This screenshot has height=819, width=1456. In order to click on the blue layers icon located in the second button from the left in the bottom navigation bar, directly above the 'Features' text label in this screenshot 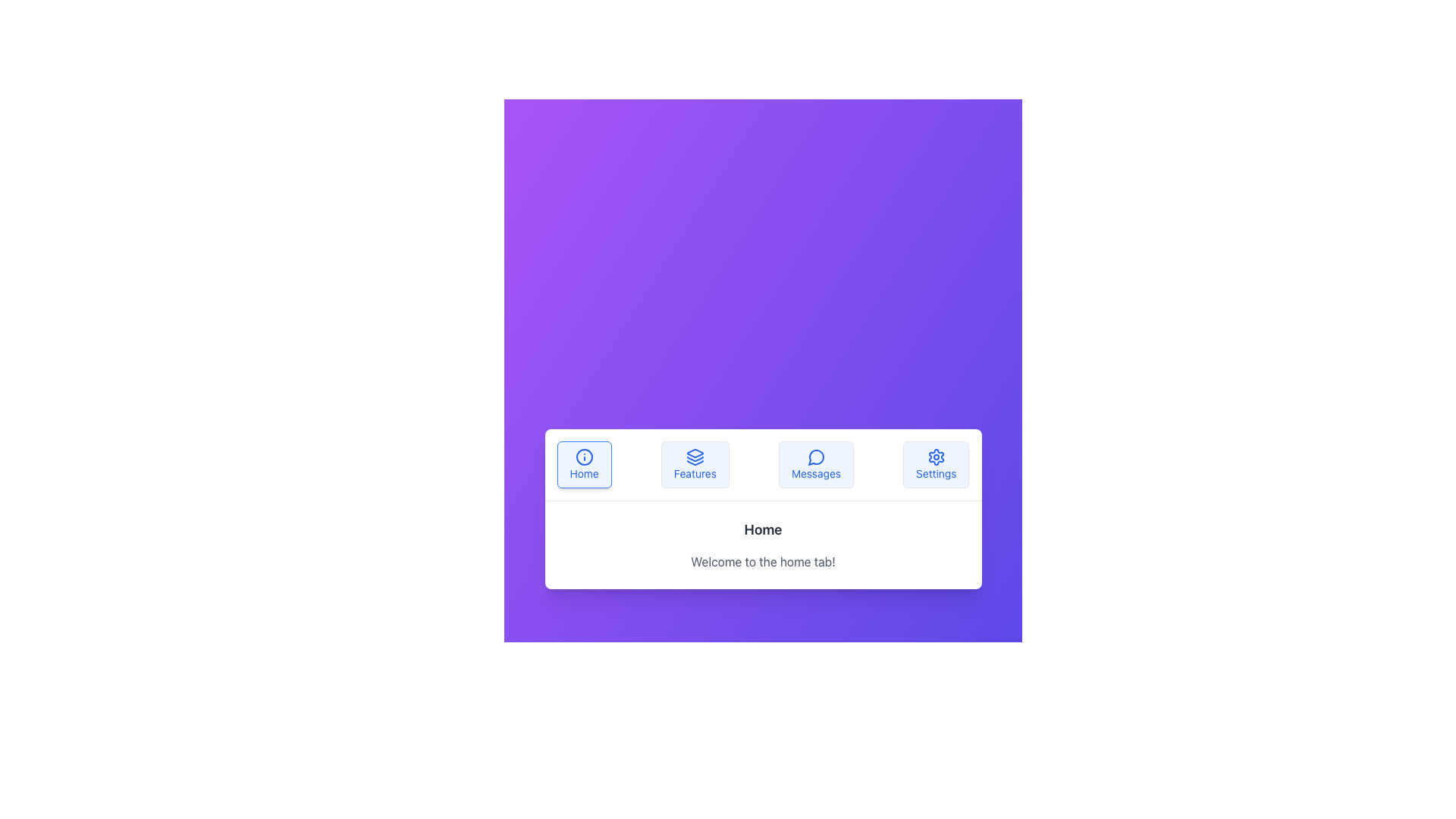, I will do `click(694, 456)`.